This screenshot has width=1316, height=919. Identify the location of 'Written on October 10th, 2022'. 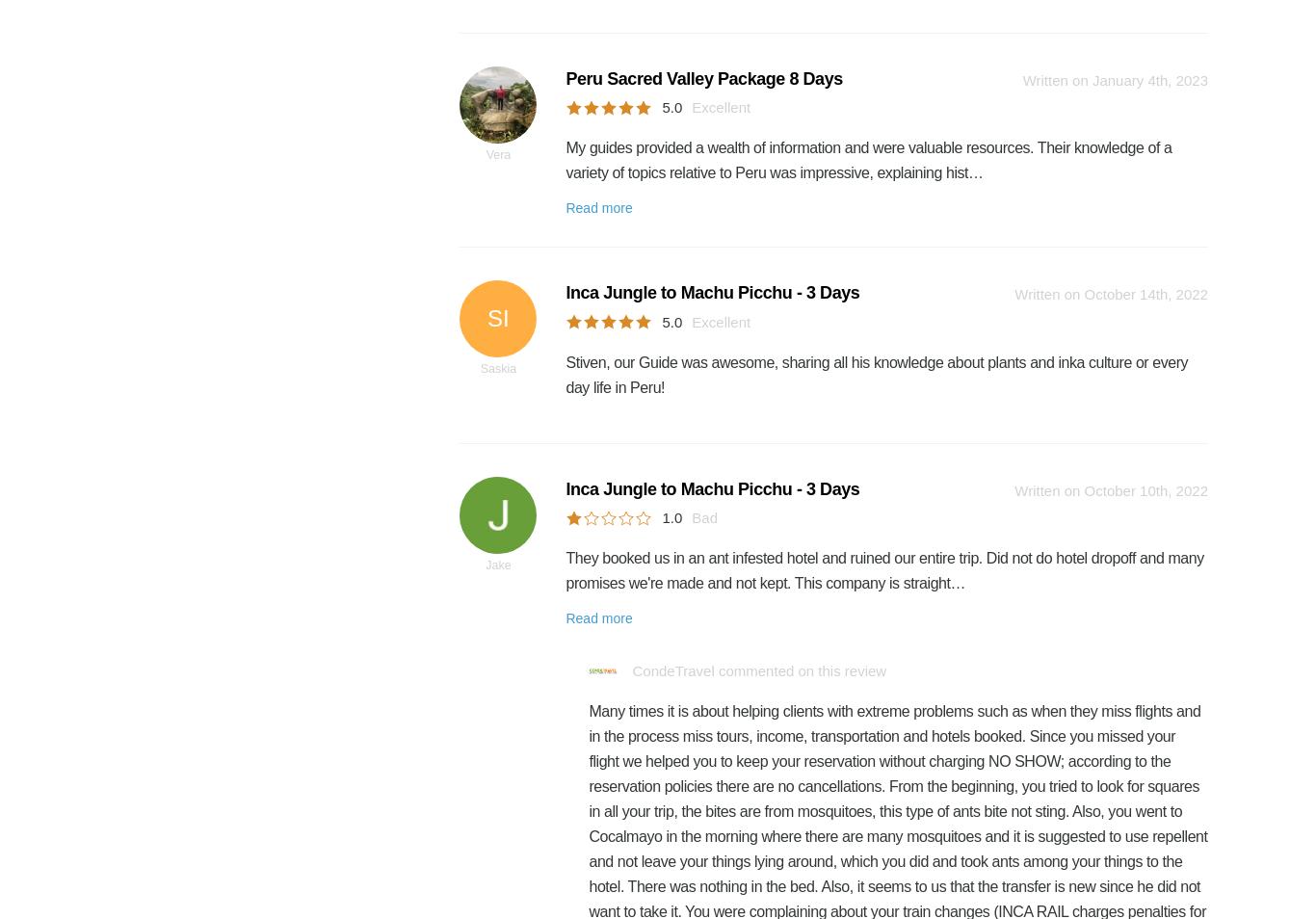
(1111, 488).